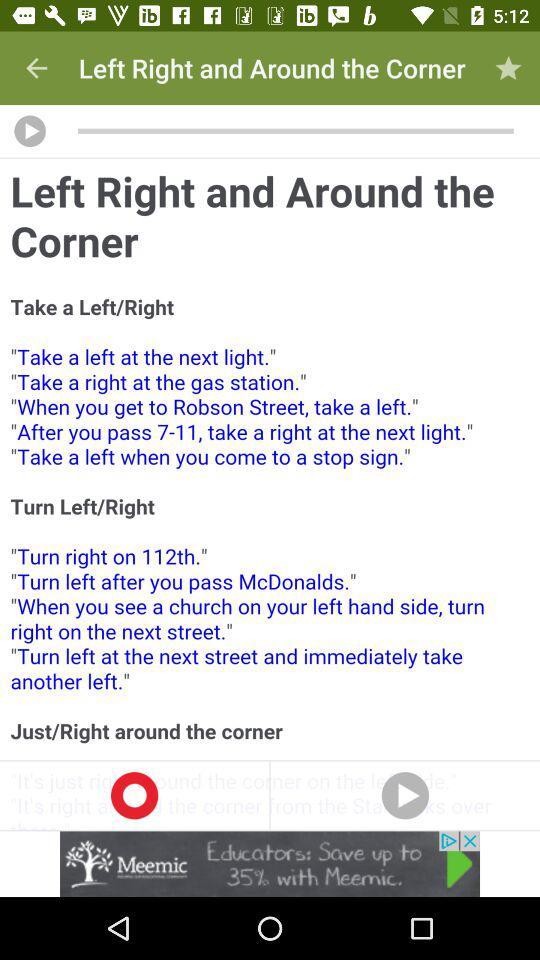 The width and height of the screenshot is (540, 960). What do you see at coordinates (134, 795) in the screenshot?
I see `start recording` at bounding box center [134, 795].